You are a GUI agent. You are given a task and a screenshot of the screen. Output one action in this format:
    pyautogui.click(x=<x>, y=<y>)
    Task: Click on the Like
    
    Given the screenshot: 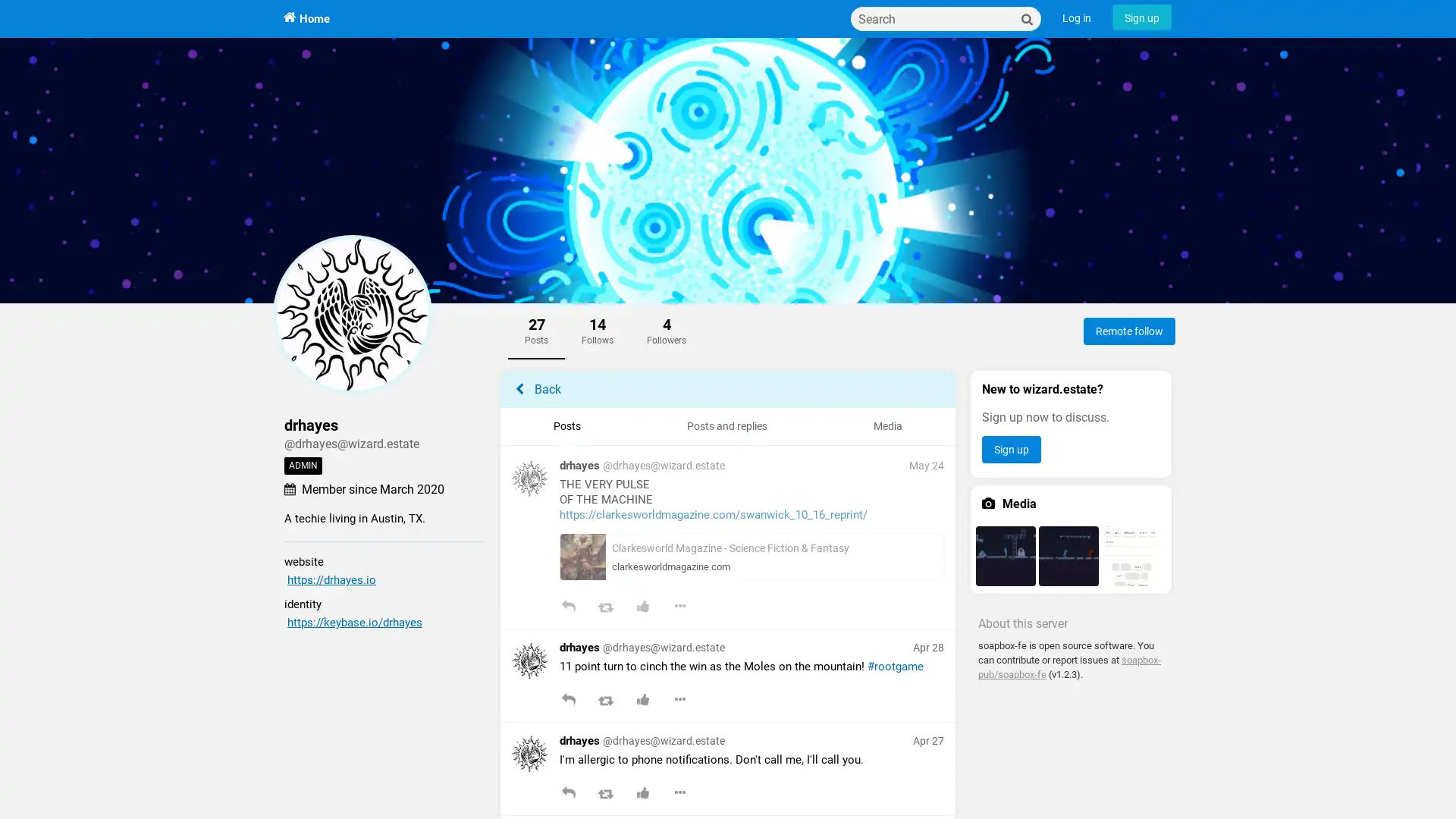 What is the action you would take?
    pyautogui.click(x=642, y=701)
    